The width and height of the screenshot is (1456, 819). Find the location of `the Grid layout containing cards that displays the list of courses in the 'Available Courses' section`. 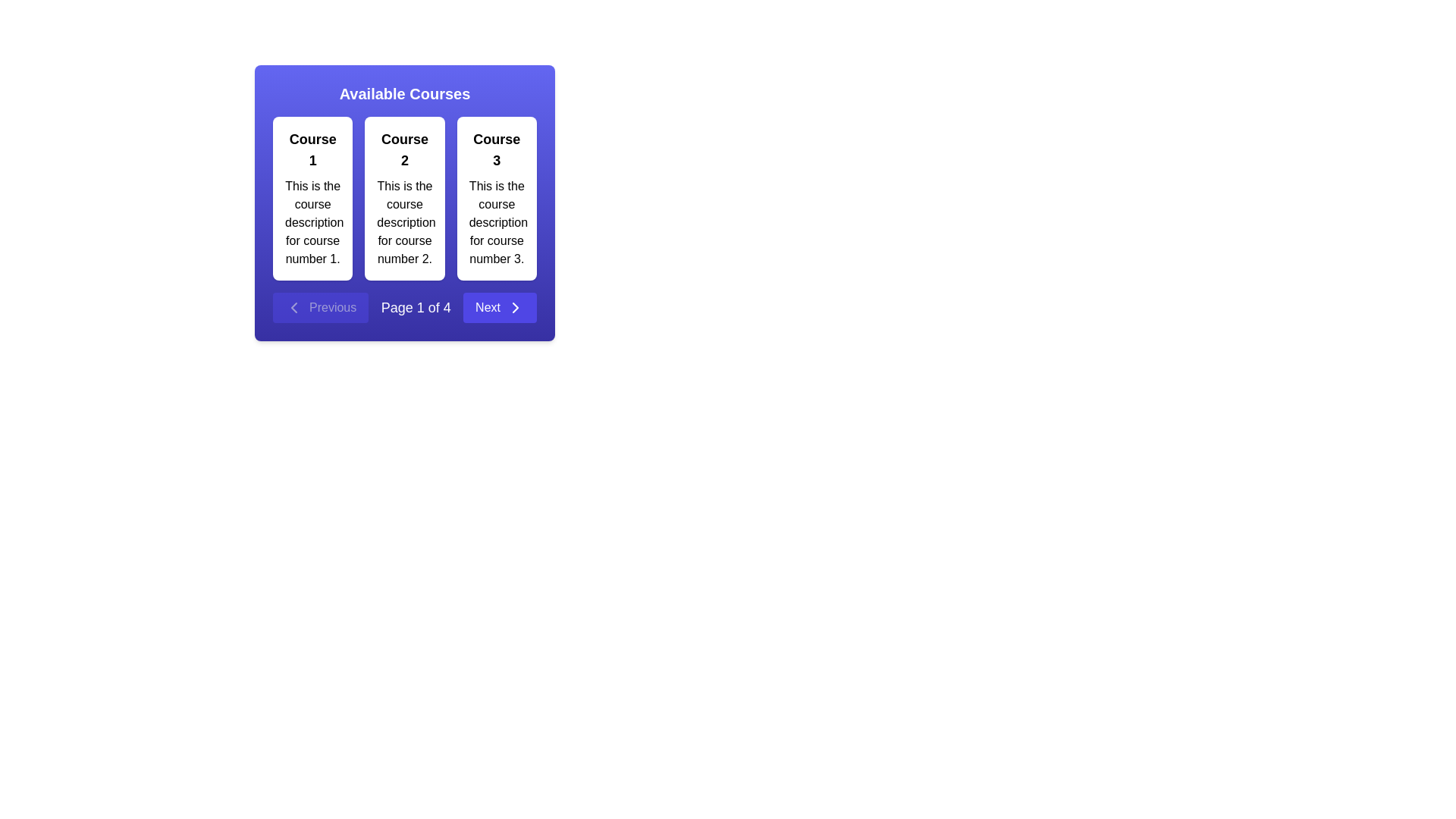

the Grid layout containing cards that displays the list of courses in the 'Available Courses' section is located at coordinates (404, 198).